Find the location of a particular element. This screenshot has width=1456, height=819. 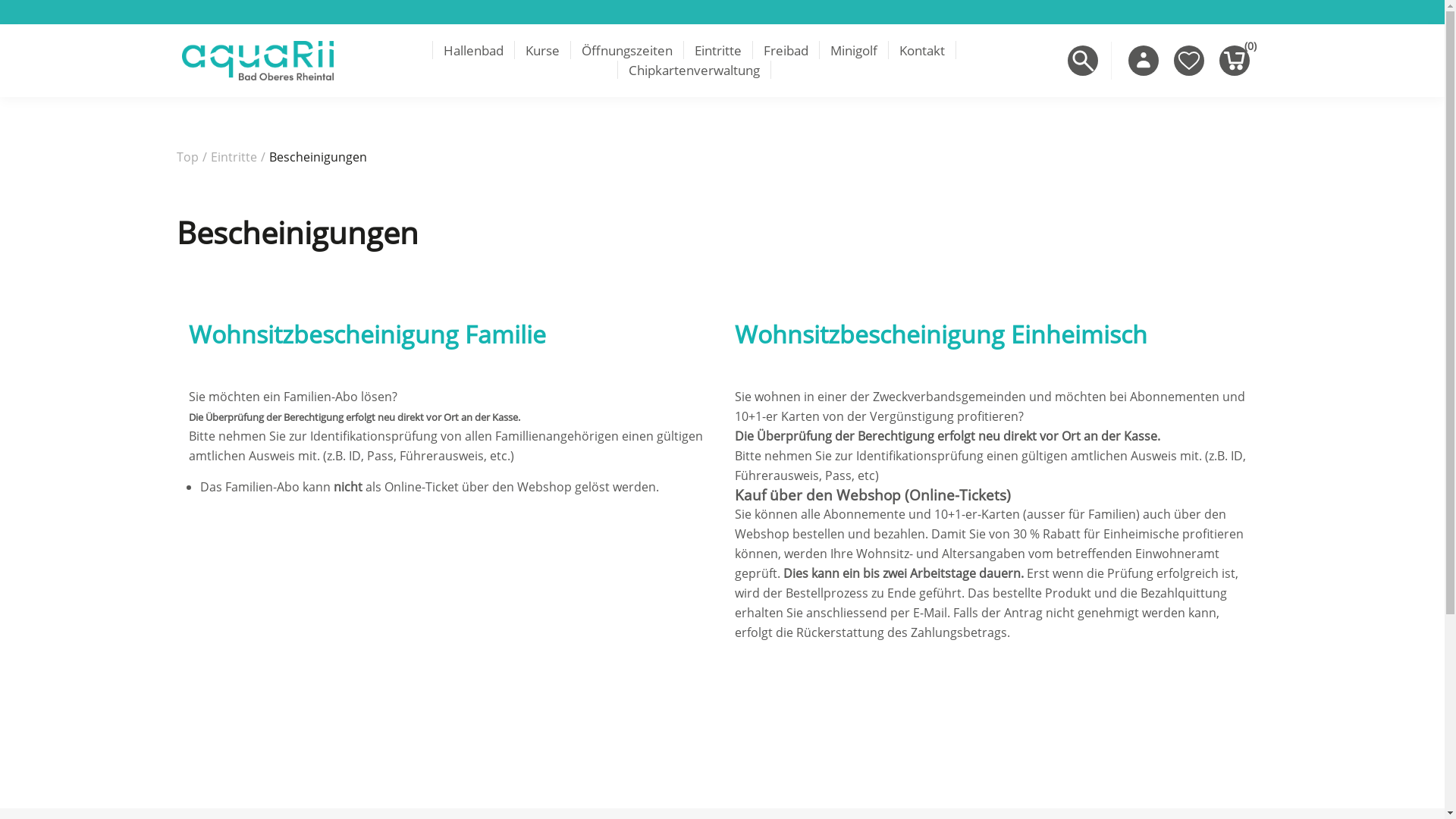

'Kurse' is located at coordinates (513, 49).